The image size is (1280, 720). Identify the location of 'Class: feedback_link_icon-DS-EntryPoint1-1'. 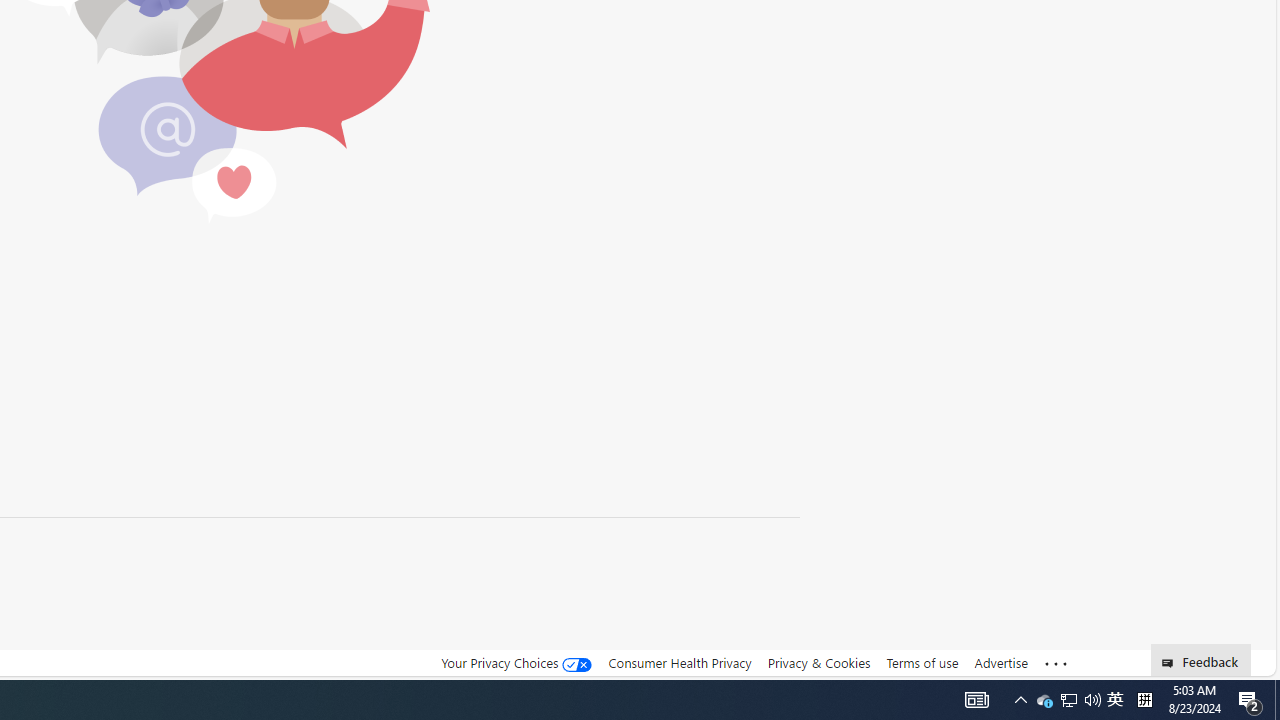
(1171, 663).